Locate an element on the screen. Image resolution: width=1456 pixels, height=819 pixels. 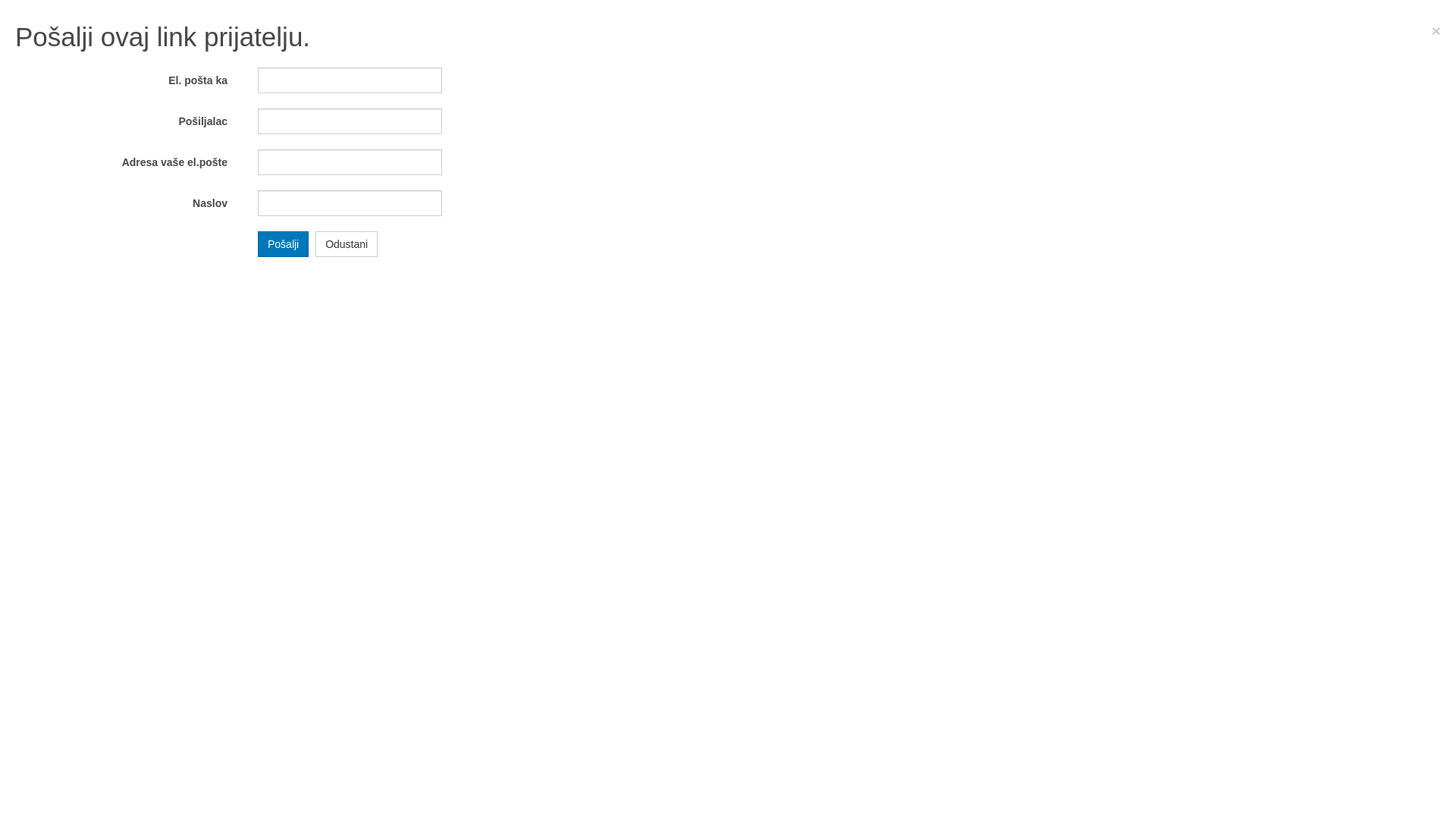
'Odustani' is located at coordinates (345, 242).